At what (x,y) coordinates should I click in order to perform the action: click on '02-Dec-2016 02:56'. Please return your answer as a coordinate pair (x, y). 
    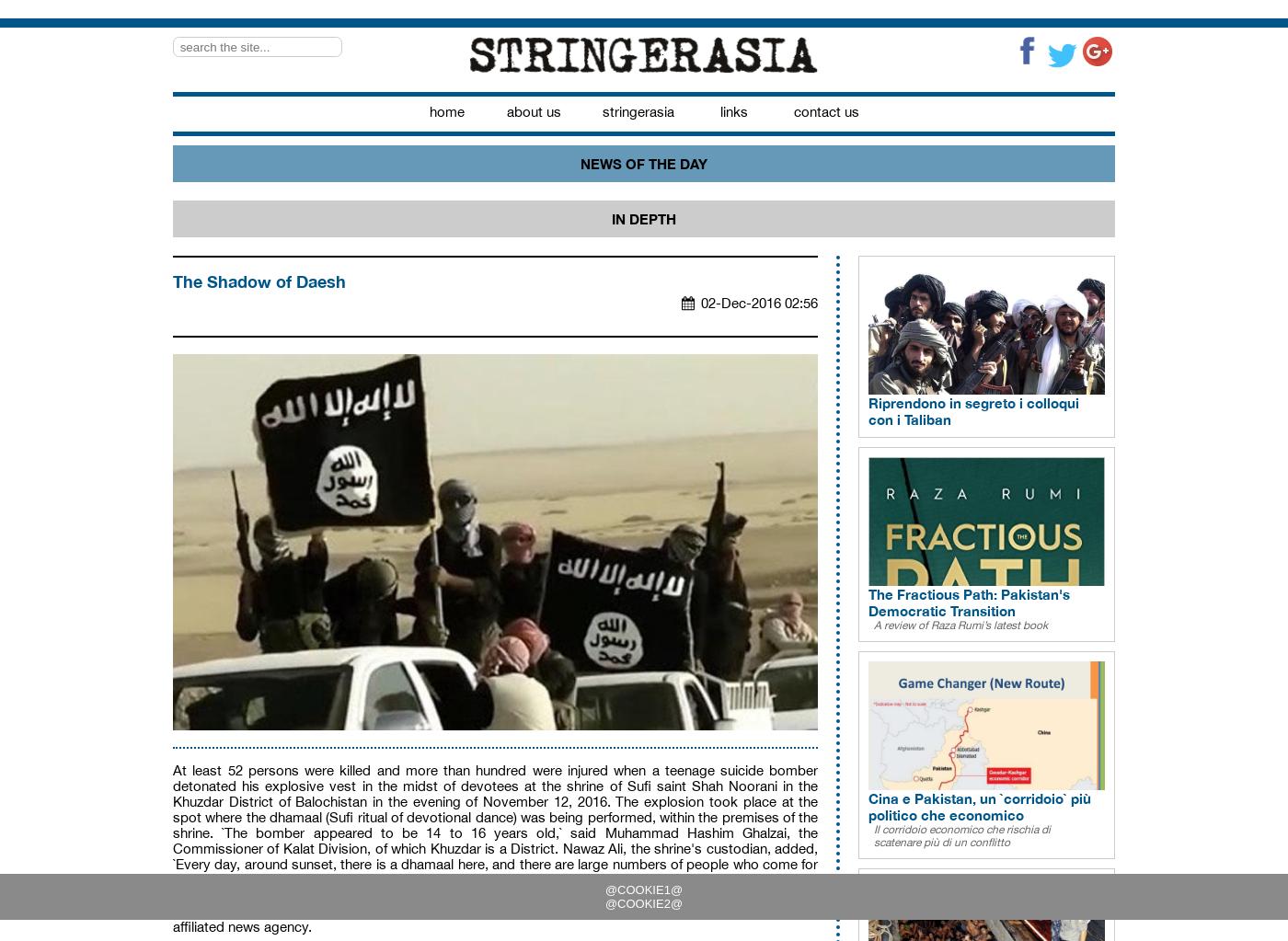
    Looking at the image, I should click on (759, 302).